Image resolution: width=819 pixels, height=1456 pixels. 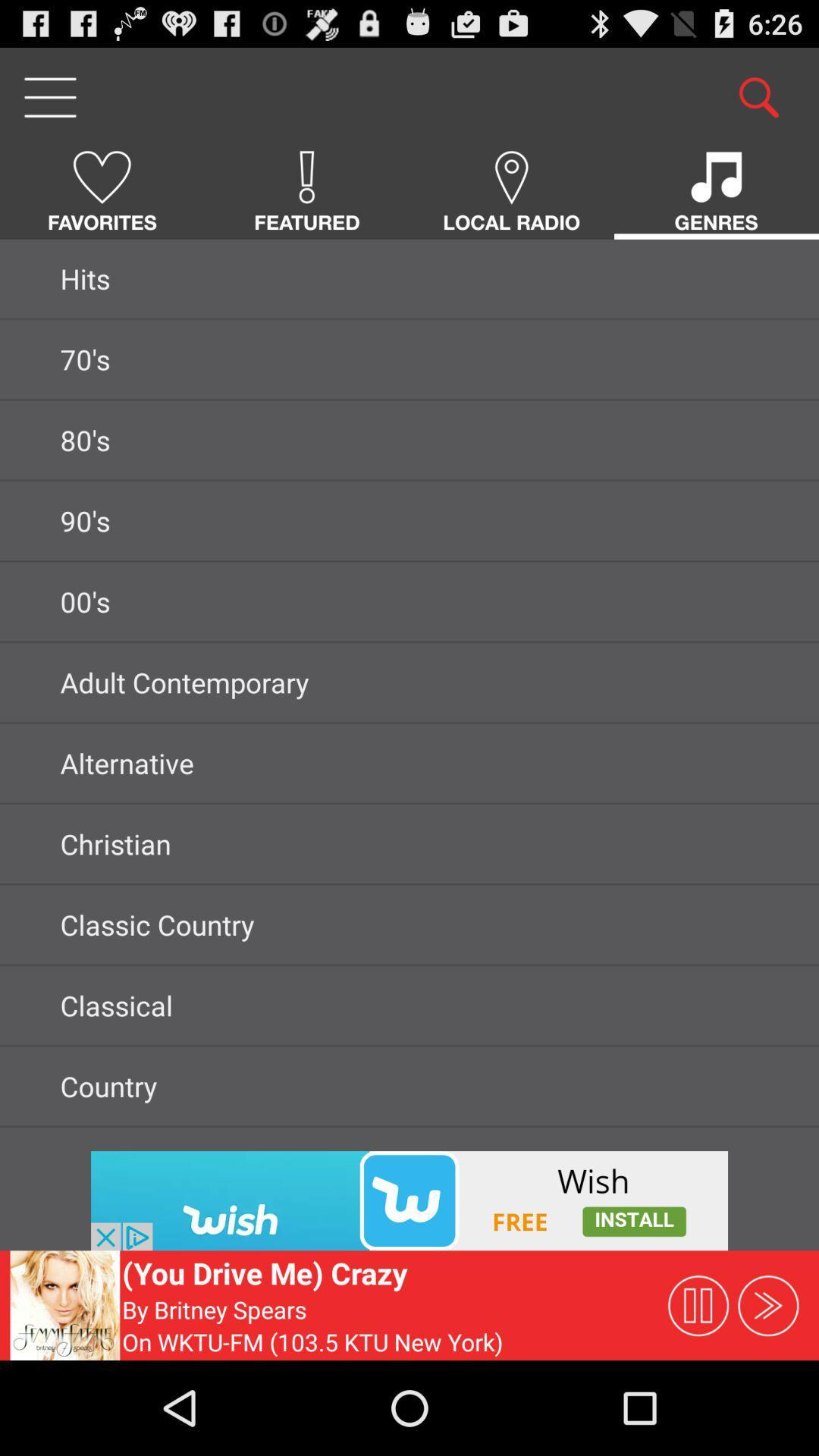 I want to click on imge, so click(x=409, y=1200).